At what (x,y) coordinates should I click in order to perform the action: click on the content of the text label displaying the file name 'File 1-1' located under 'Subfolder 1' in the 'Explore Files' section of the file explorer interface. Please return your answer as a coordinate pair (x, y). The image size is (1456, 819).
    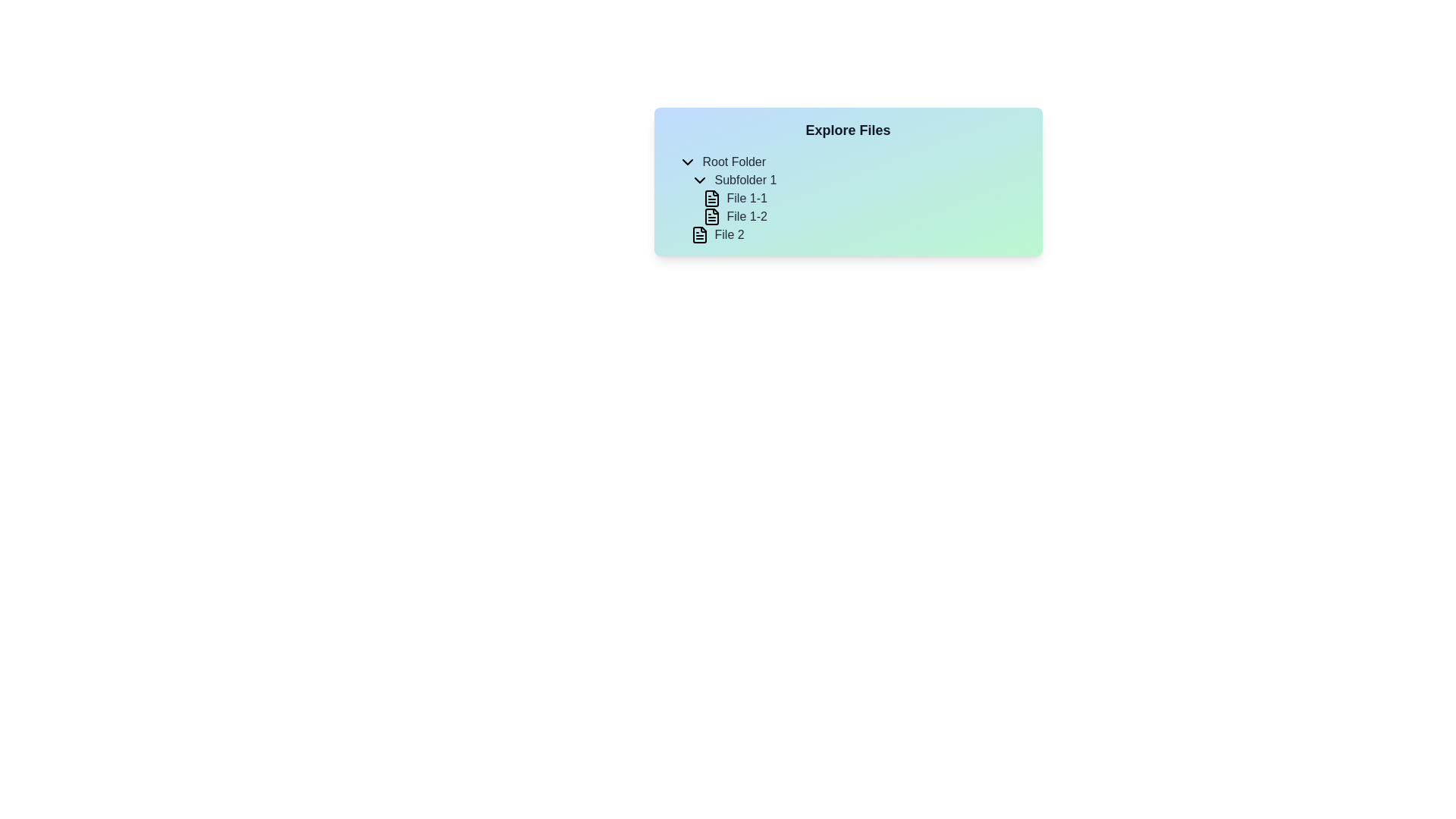
    Looking at the image, I should click on (747, 198).